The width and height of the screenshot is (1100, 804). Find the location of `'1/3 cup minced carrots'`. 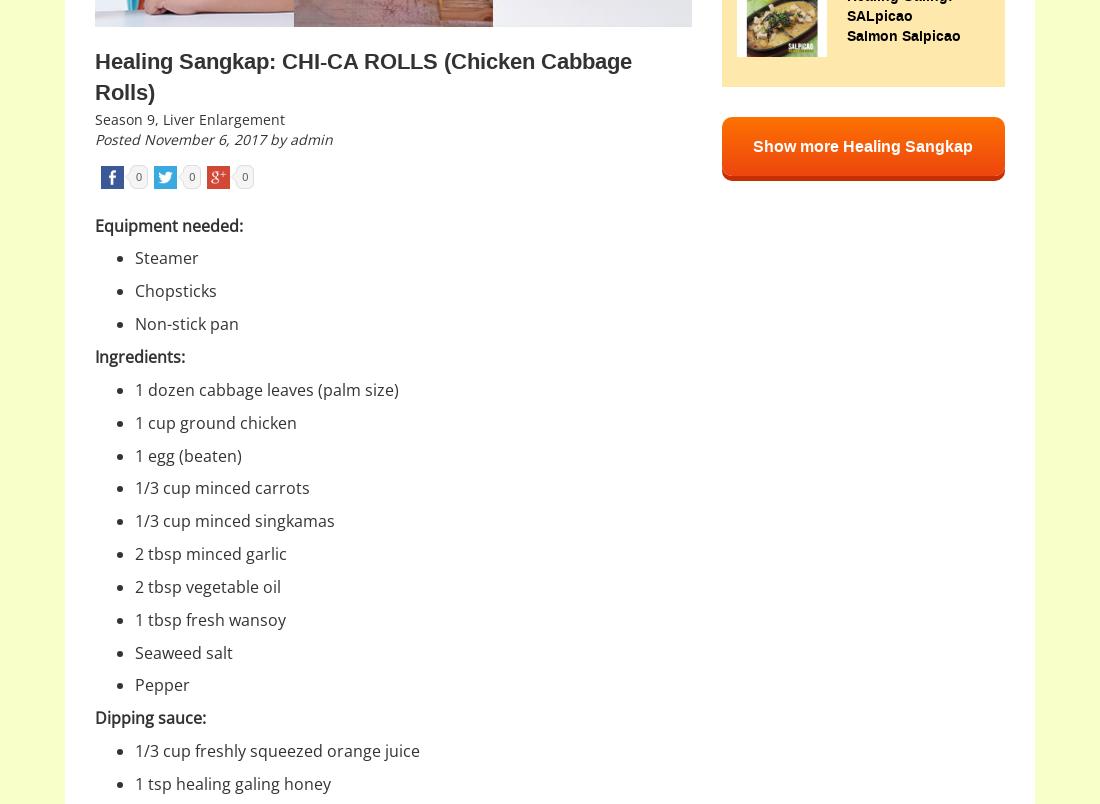

'1/3 cup minced carrots' is located at coordinates (222, 487).